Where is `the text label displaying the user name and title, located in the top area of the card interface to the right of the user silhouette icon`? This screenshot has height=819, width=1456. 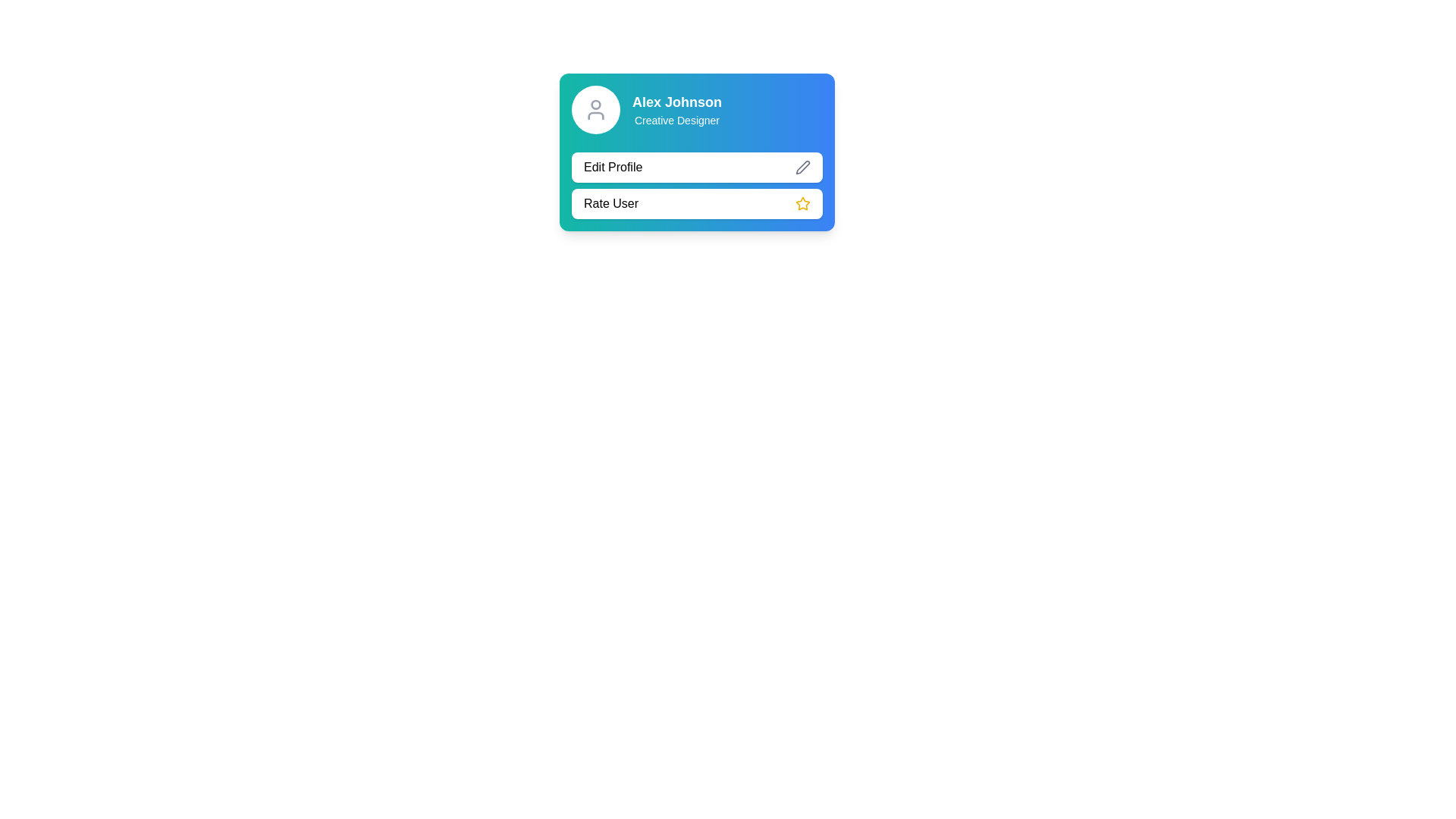 the text label displaying the user name and title, located in the top area of the card interface to the right of the user silhouette icon is located at coordinates (676, 109).